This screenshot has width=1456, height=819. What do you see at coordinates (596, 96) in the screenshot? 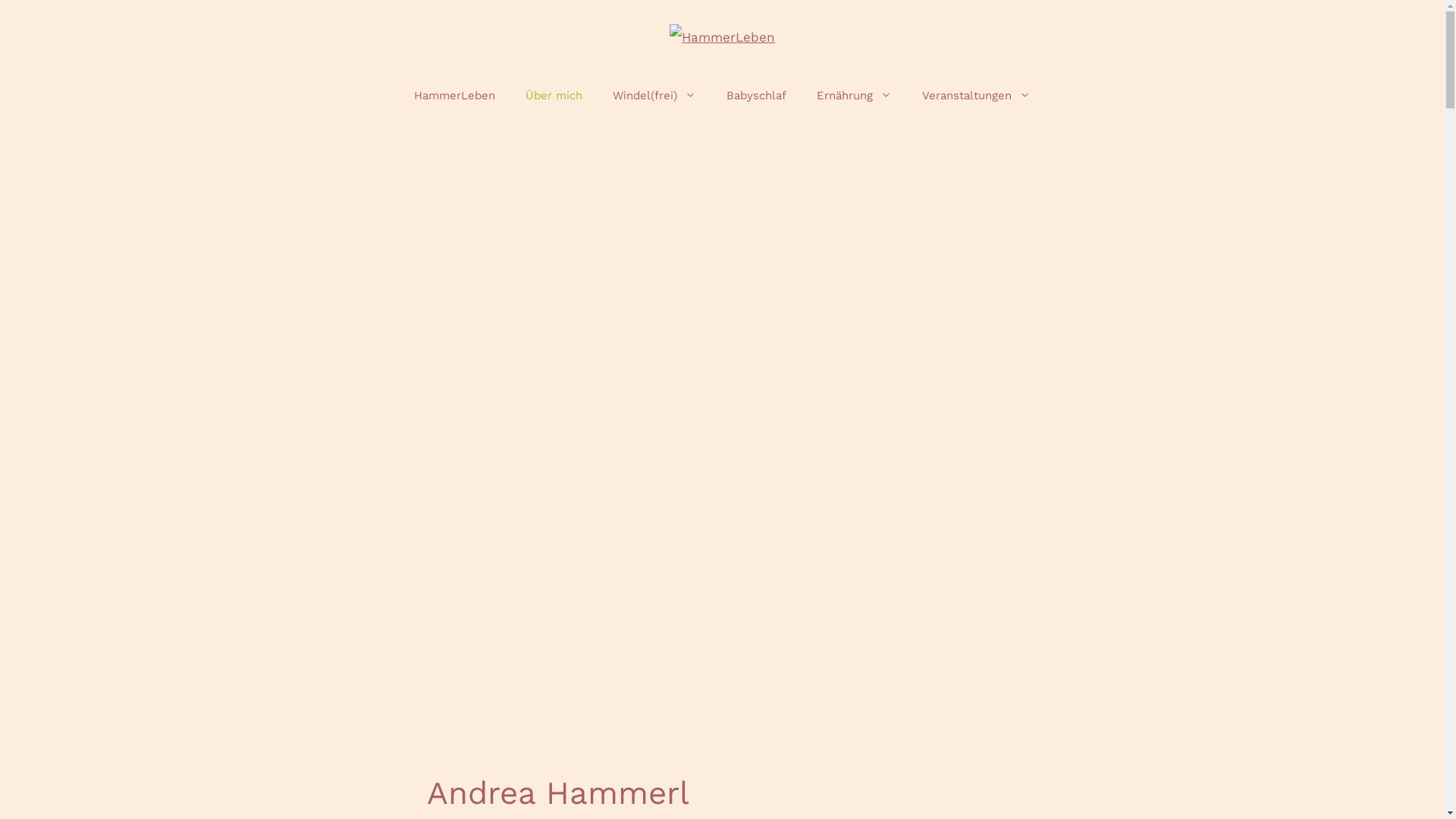
I see `'Windel(frei)'` at bounding box center [596, 96].